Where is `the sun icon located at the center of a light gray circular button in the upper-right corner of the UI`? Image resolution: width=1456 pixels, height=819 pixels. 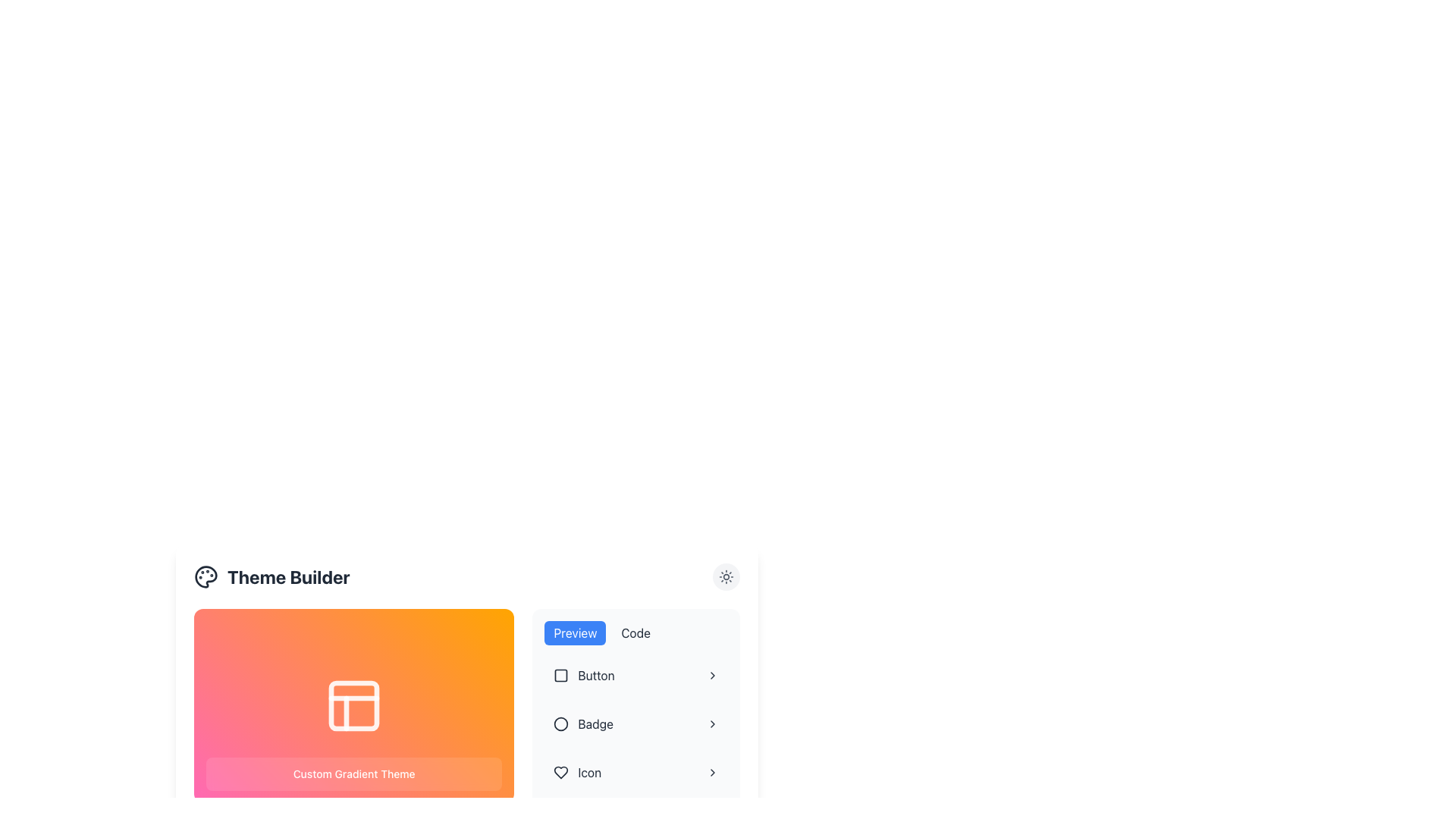 the sun icon located at the center of a light gray circular button in the upper-right corner of the UI is located at coordinates (726, 576).